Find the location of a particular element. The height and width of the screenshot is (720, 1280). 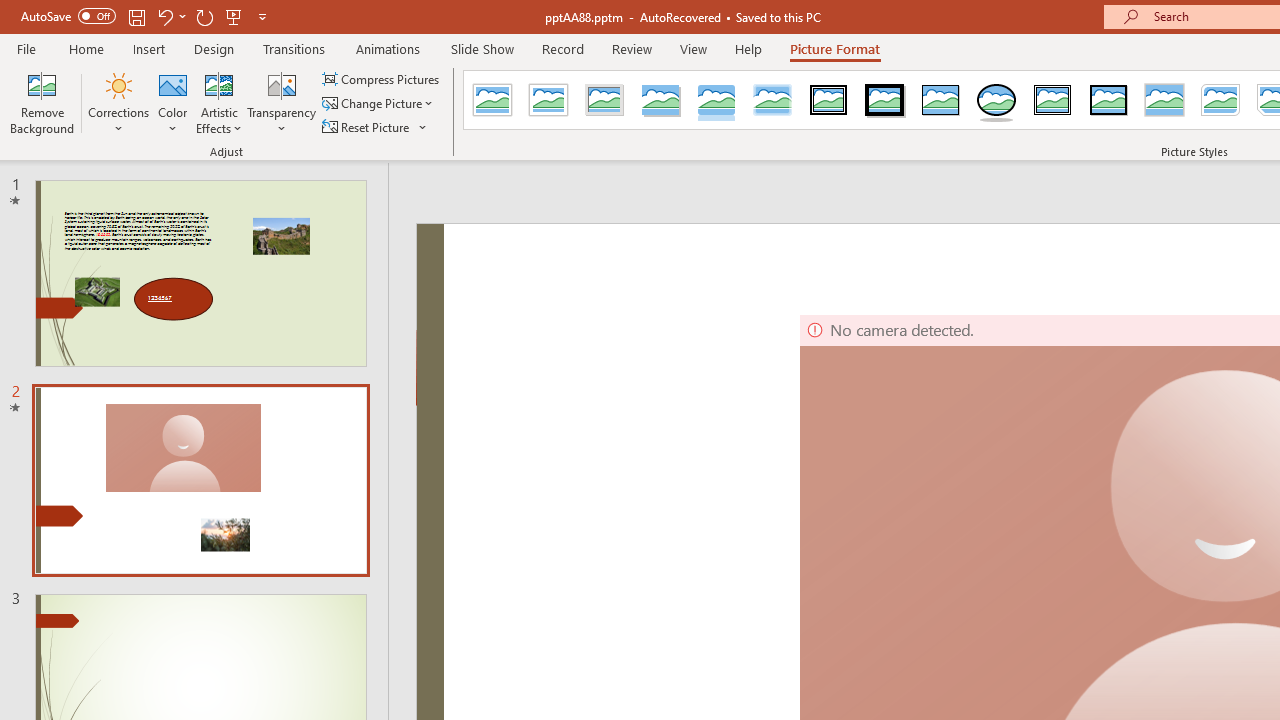

'Transparency' is located at coordinates (280, 103).